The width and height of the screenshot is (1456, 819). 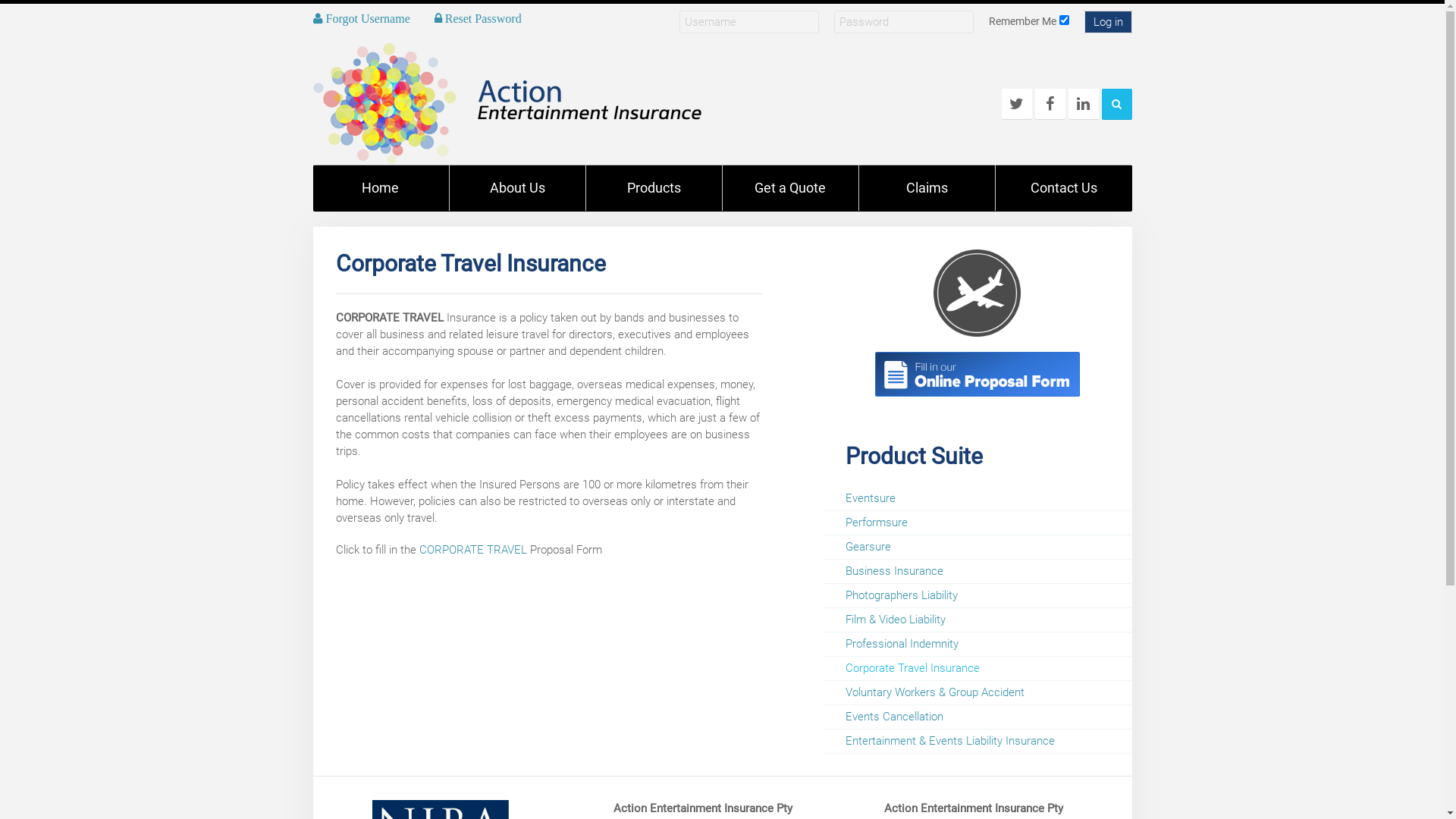 What do you see at coordinates (1062, 187) in the screenshot?
I see `'Contact Us'` at bounding box center [1062, 187].